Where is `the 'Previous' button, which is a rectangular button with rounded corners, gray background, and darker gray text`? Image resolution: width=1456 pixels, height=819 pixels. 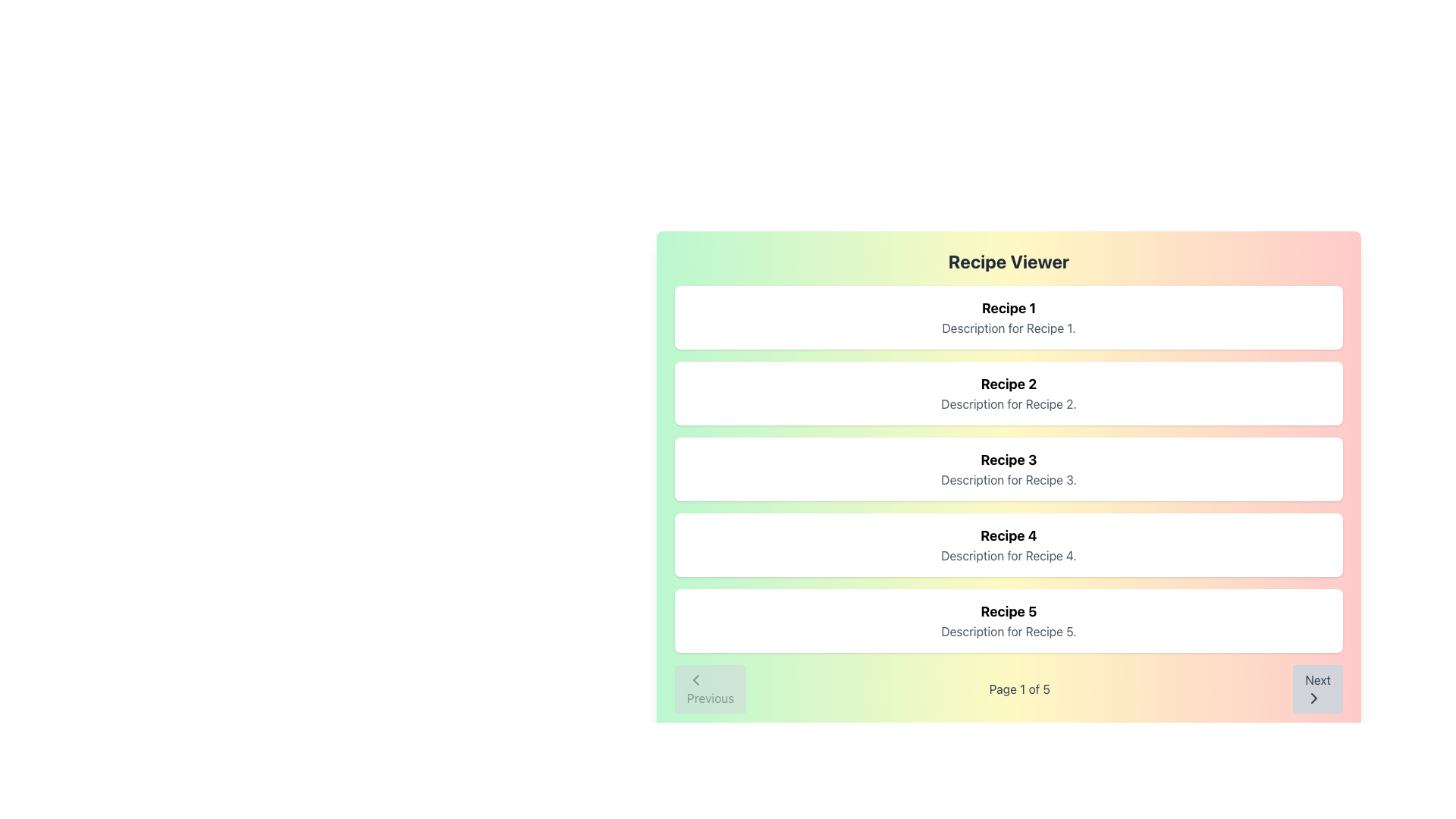 the 'Previous' button, which is a rectangular button with rounded corners, gray background, and darker gray text is located at coordinates (710, 689).